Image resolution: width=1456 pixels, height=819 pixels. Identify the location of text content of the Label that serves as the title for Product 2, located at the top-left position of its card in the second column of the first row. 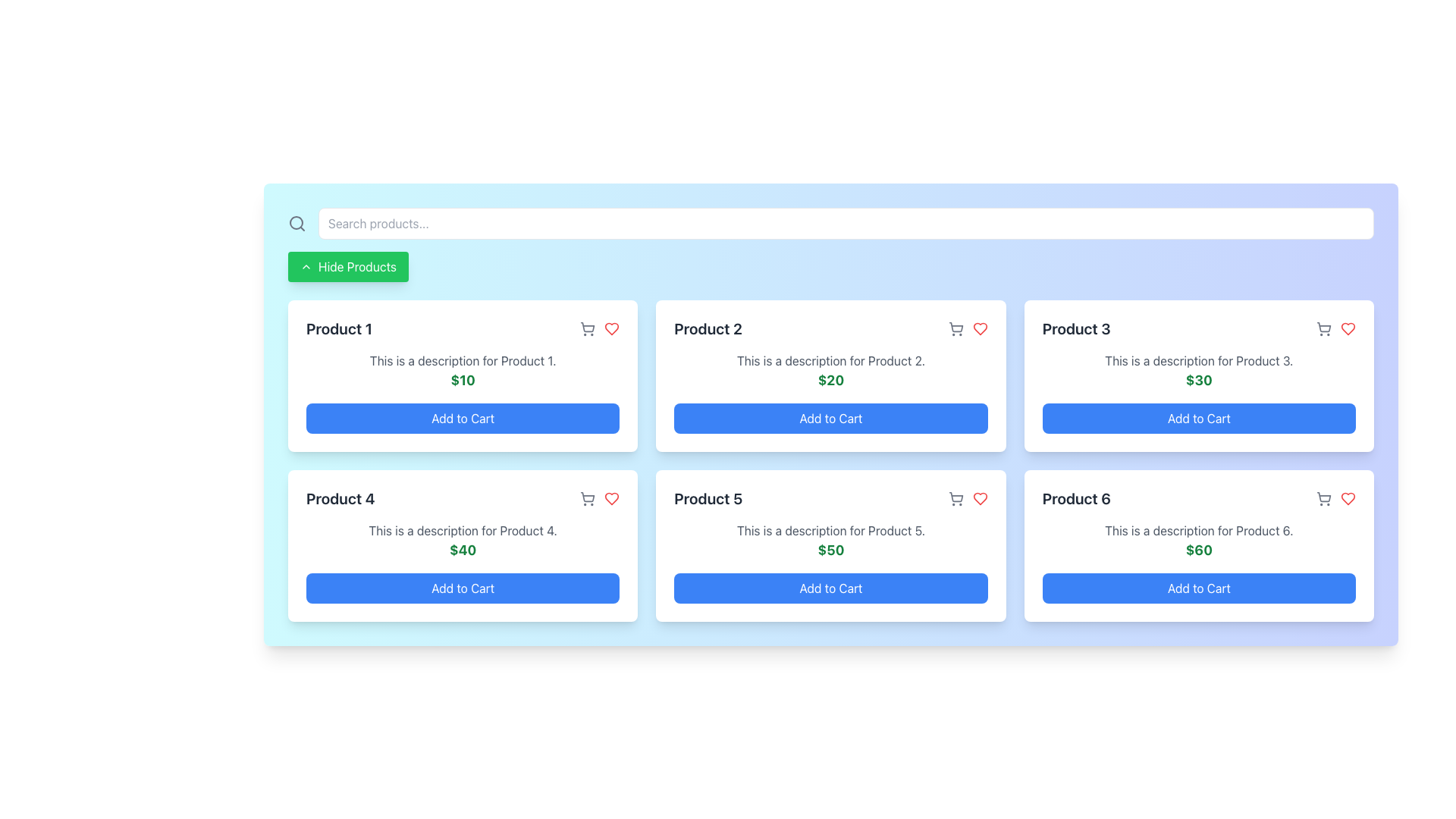
(708, 328).